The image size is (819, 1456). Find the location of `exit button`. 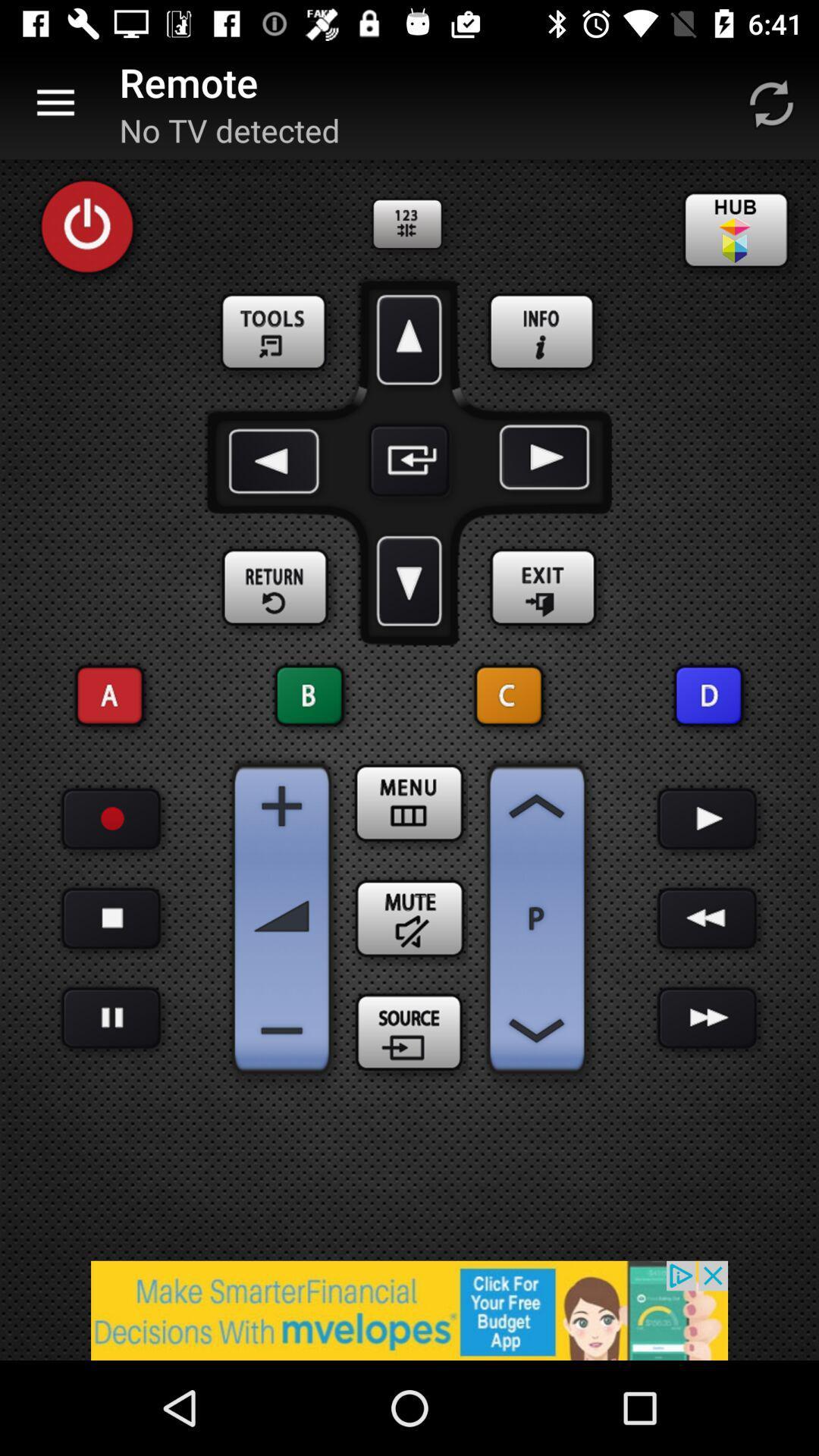

exit button is located at coordinates (542, 587).